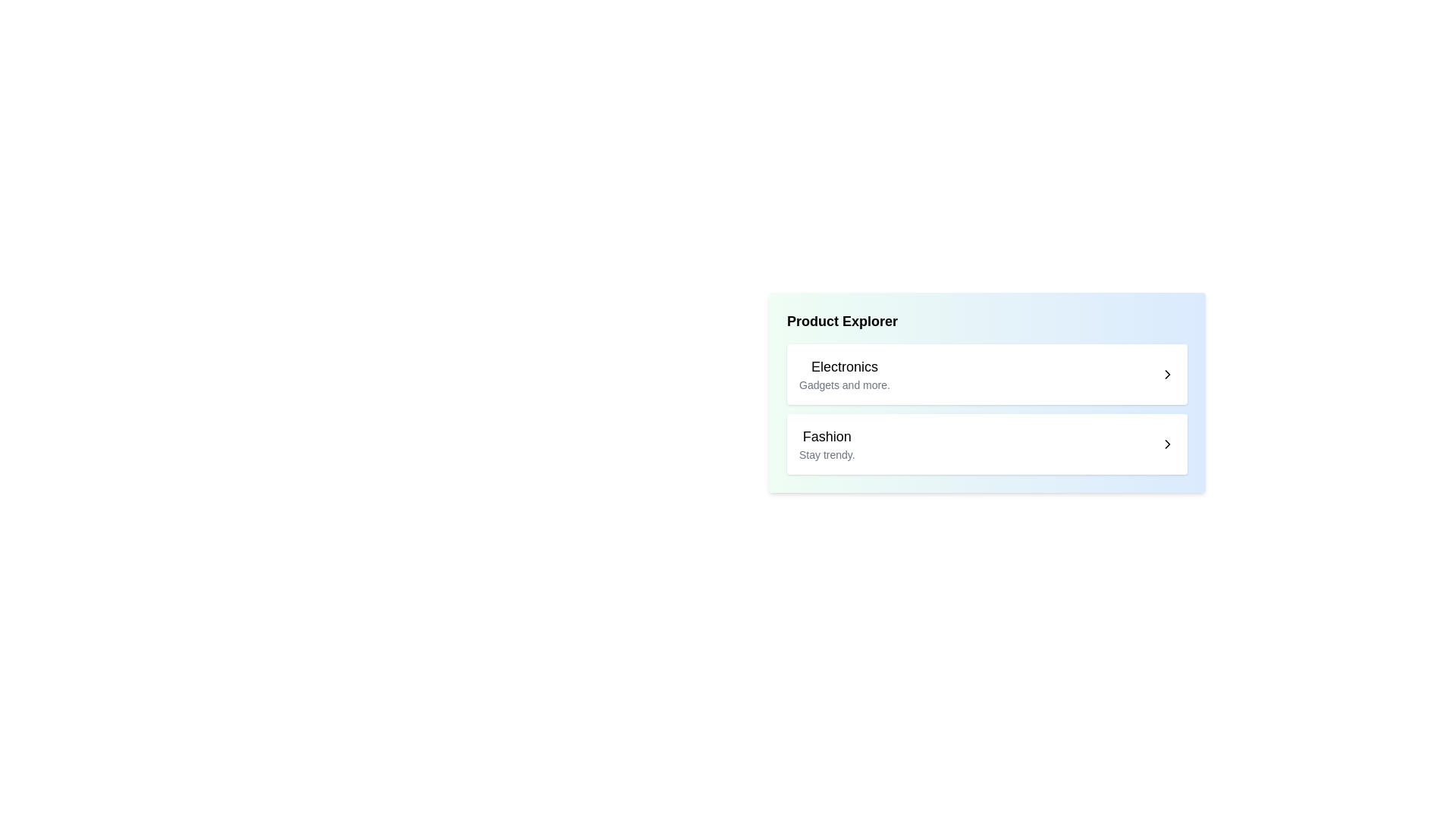 The image size is (1456, 819). Describe the element at coordinates (1167, 444) in the screenshot. I see `the navigation icon located at the extreme right edge of the 'Fashion Stay trendy.' item block to initiate navigation` at that location.